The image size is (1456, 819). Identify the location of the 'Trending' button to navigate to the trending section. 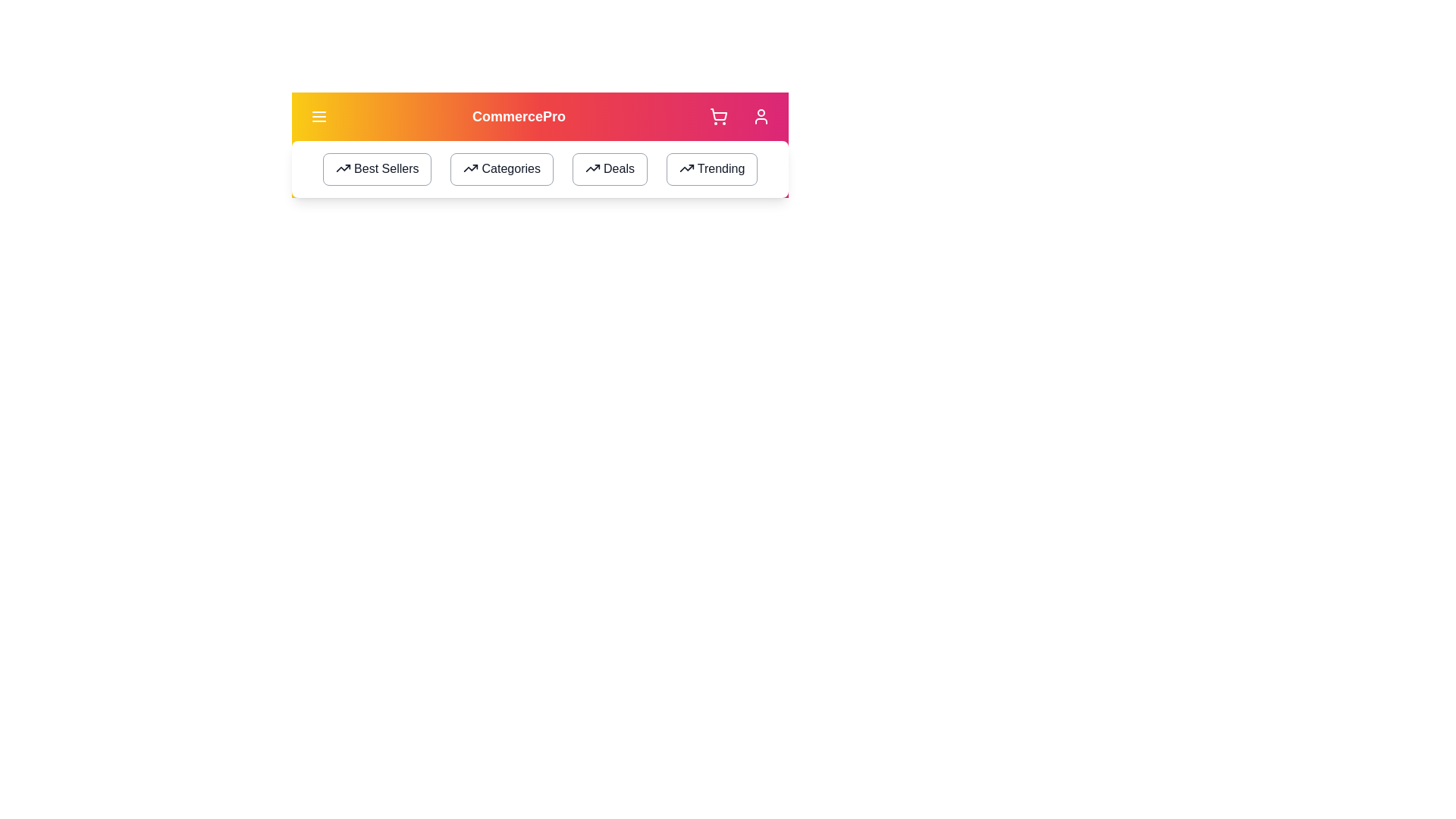
(710, 169).